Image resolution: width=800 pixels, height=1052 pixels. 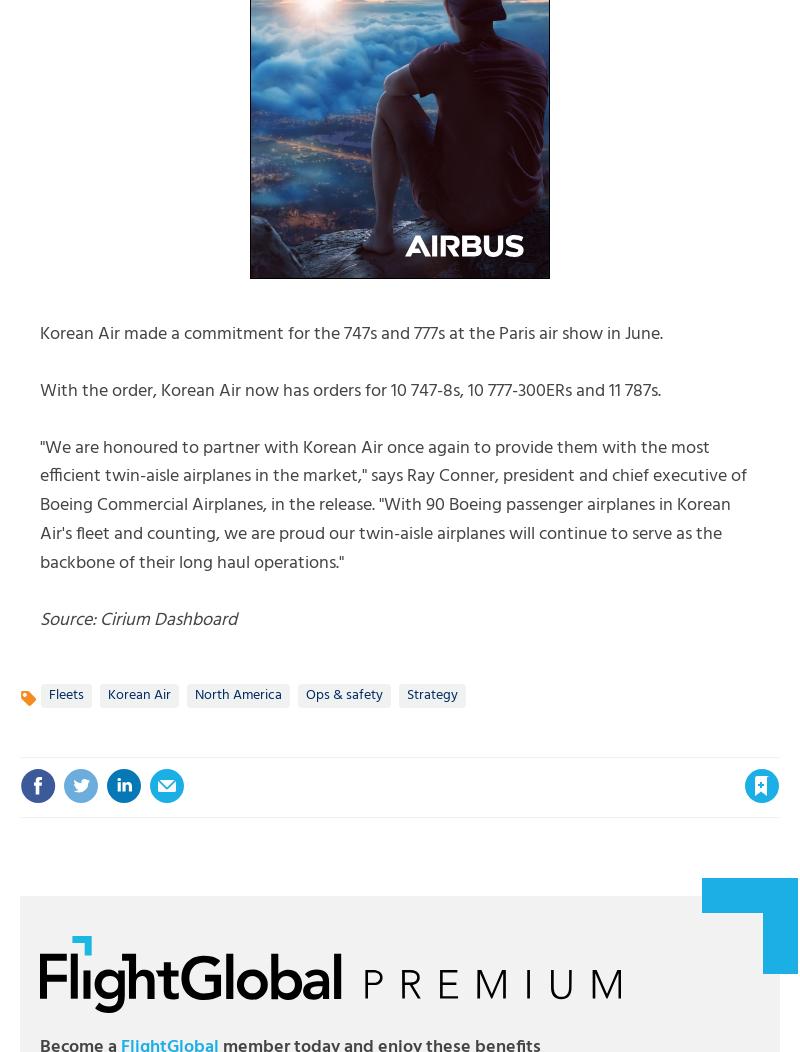 I want to click on 'Korean Air made a commitment for the 747s and 777s at the Paris air show in June.', so click(x=351, y=332).